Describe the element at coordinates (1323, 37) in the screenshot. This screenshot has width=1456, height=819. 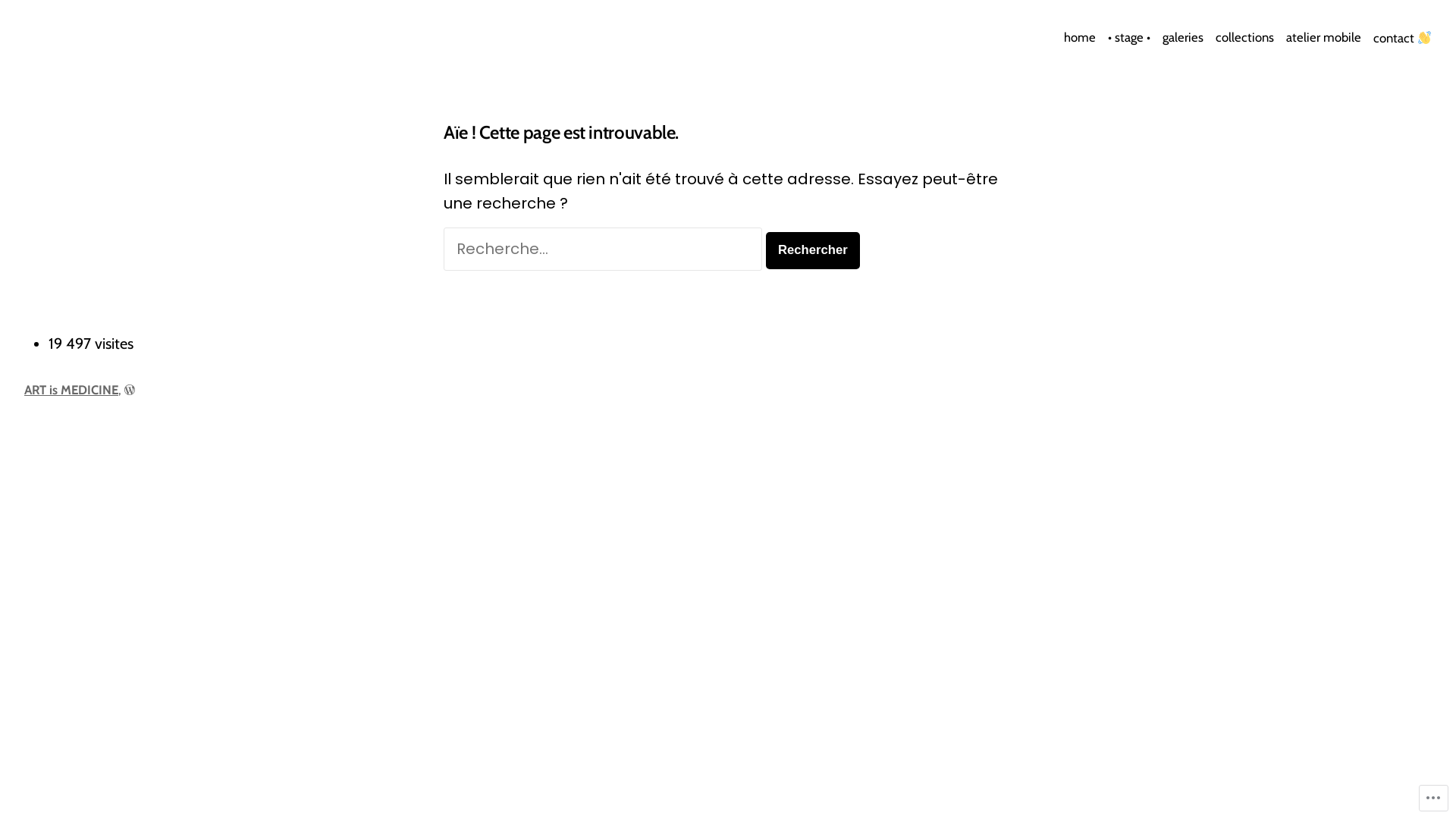
I see `'atelier mobile'` at that location.